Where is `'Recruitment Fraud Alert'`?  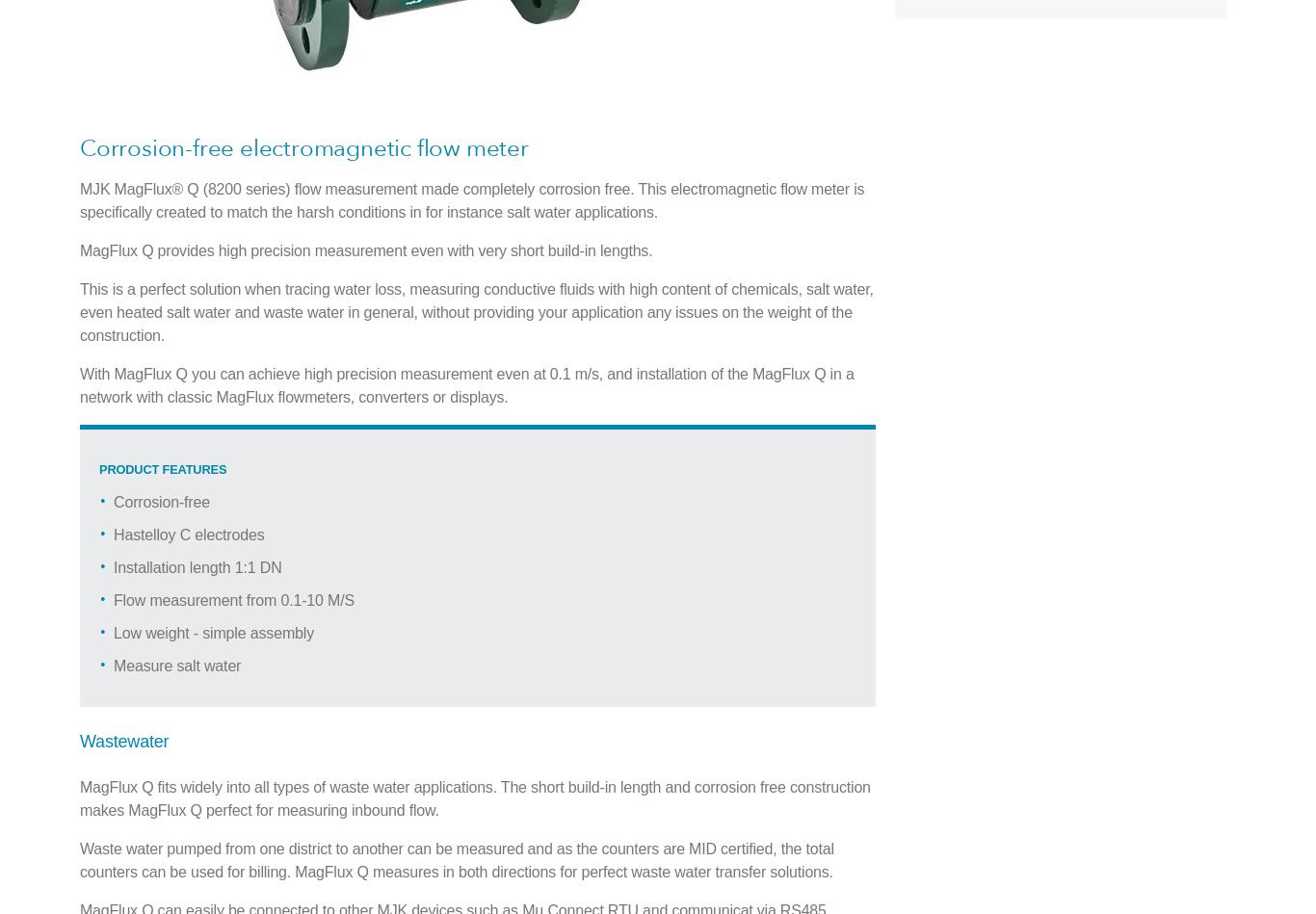 'Recruitment Fraud Alert' is located at coordinates (1093, 405).